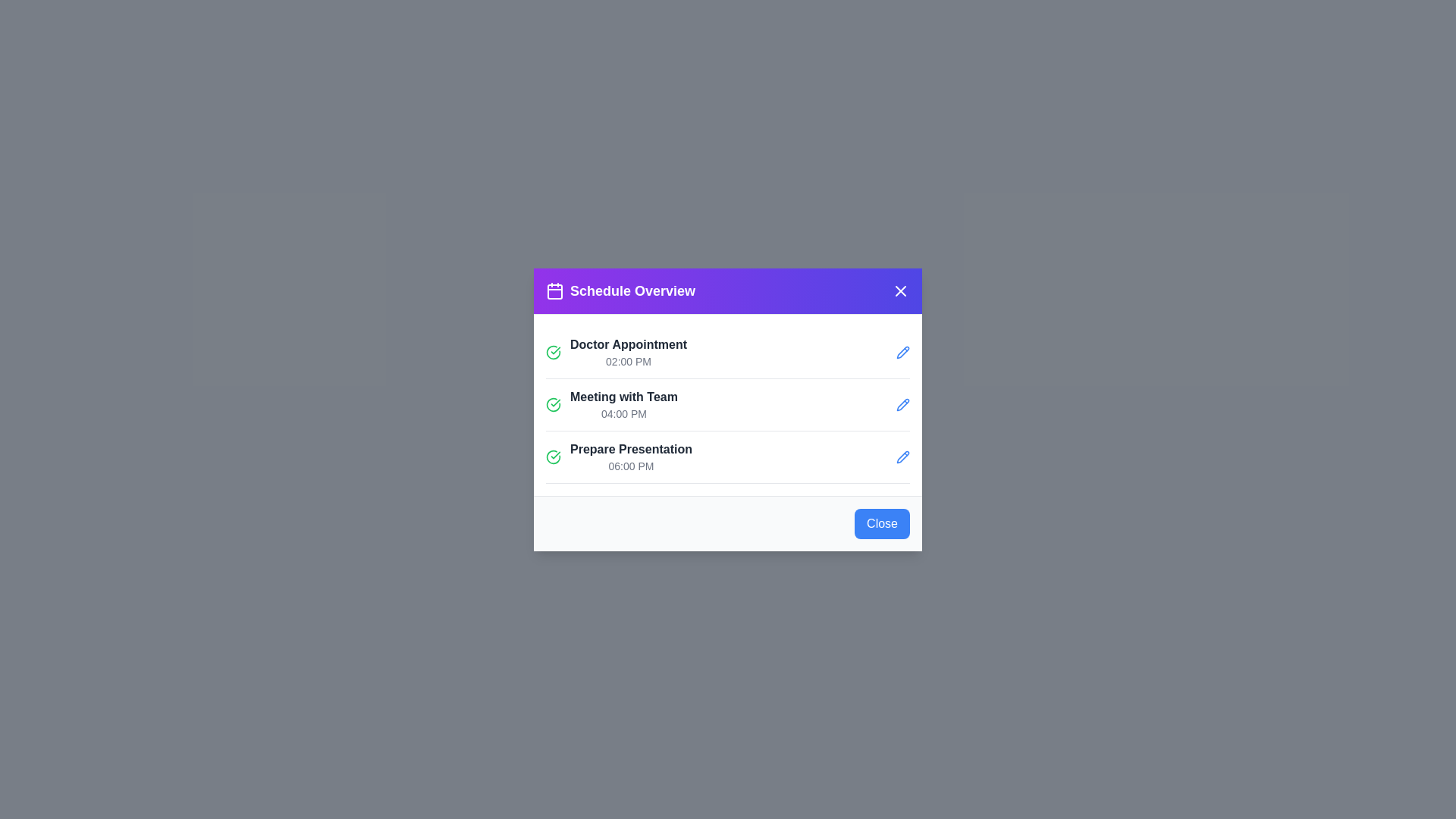 The image size is (1456, 819). What do you see at coordinates (631, 456) in the screenshot?
I see `the 'Prepare Presentation' text which is the third item in a vertical list of events in the modal dialog titled 'Schedule Overview' for further details` at bounding box center [631, 456].